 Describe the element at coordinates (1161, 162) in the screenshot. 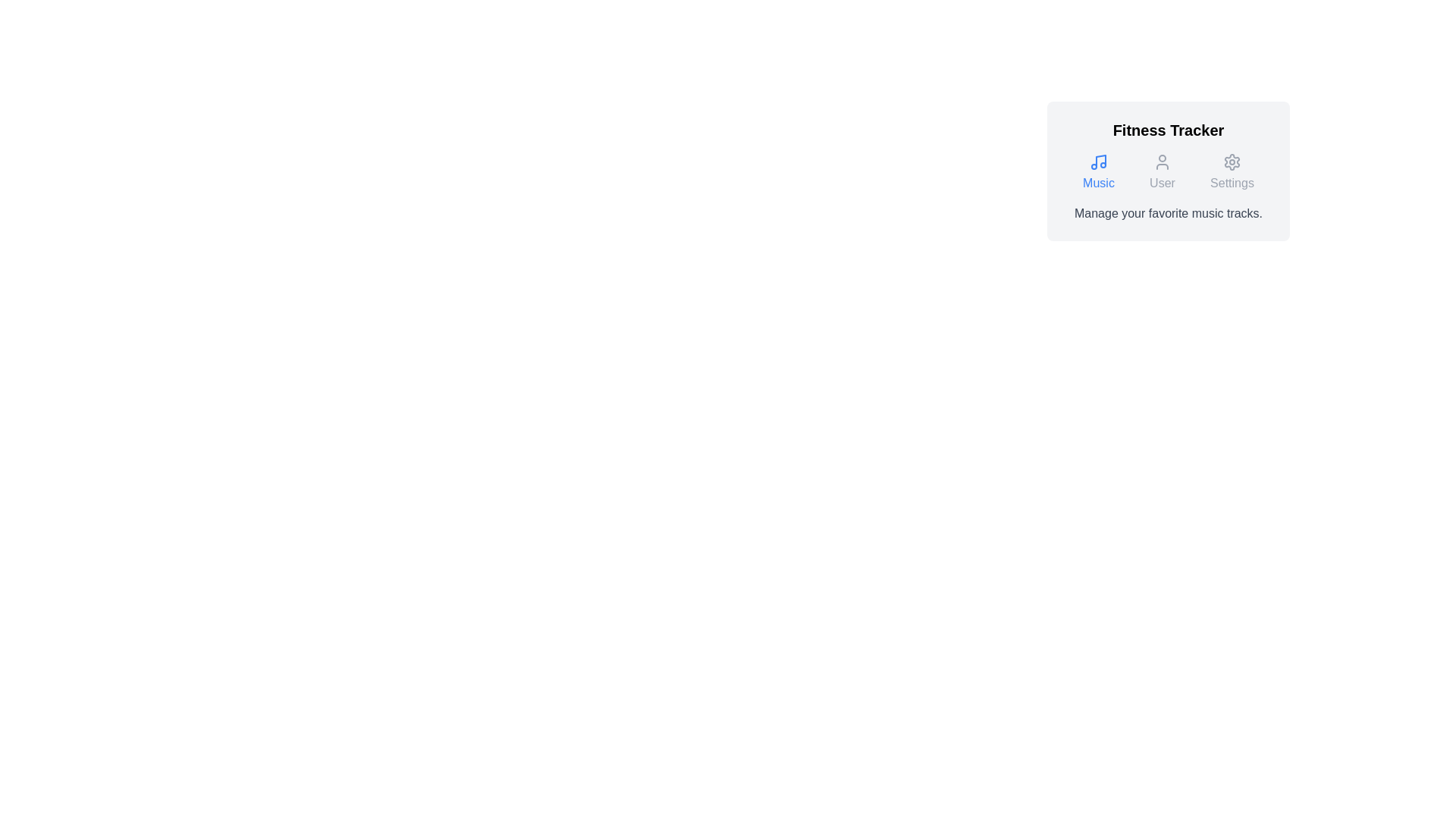

I see `the user icon, which is a minimalistic representation of a person in a circular gray border, positioned above the 'User' text in the 'Fitness Tracker' panel` at that location.